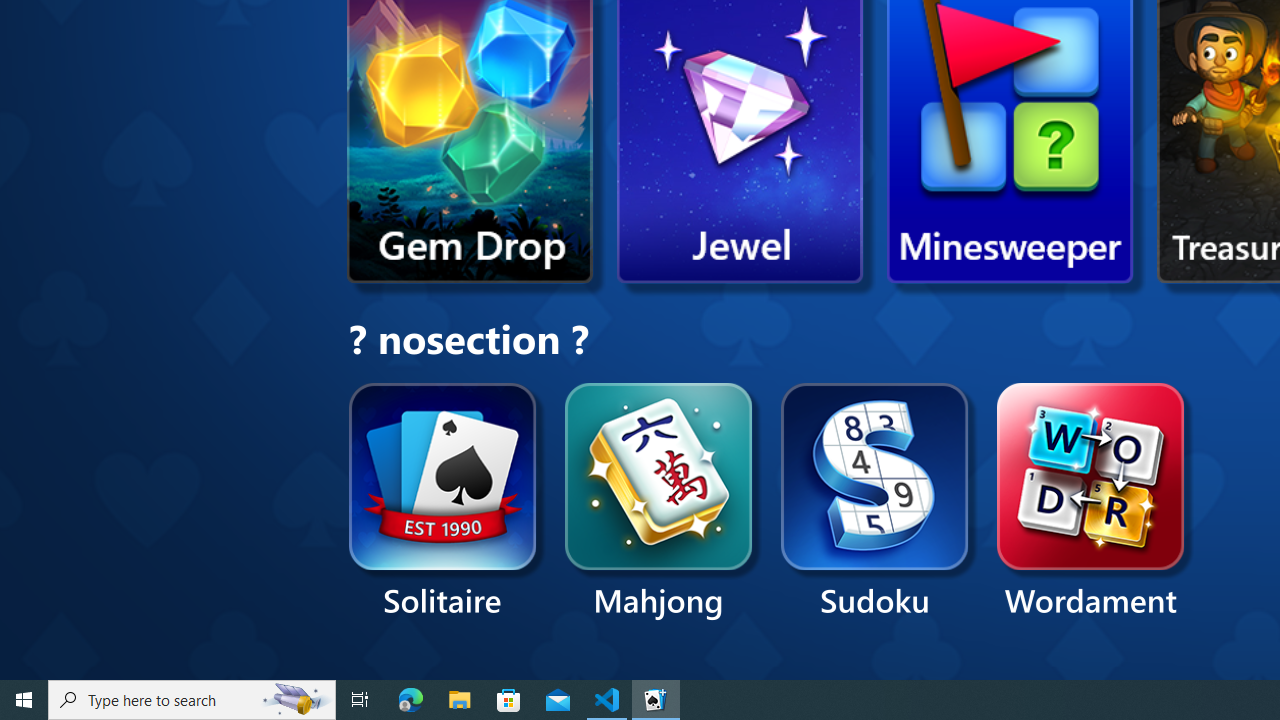  What do you see at coordinates (1089, 501) in the screenshot?
I see `'Wordament'` at bounding box center [1089, 501].